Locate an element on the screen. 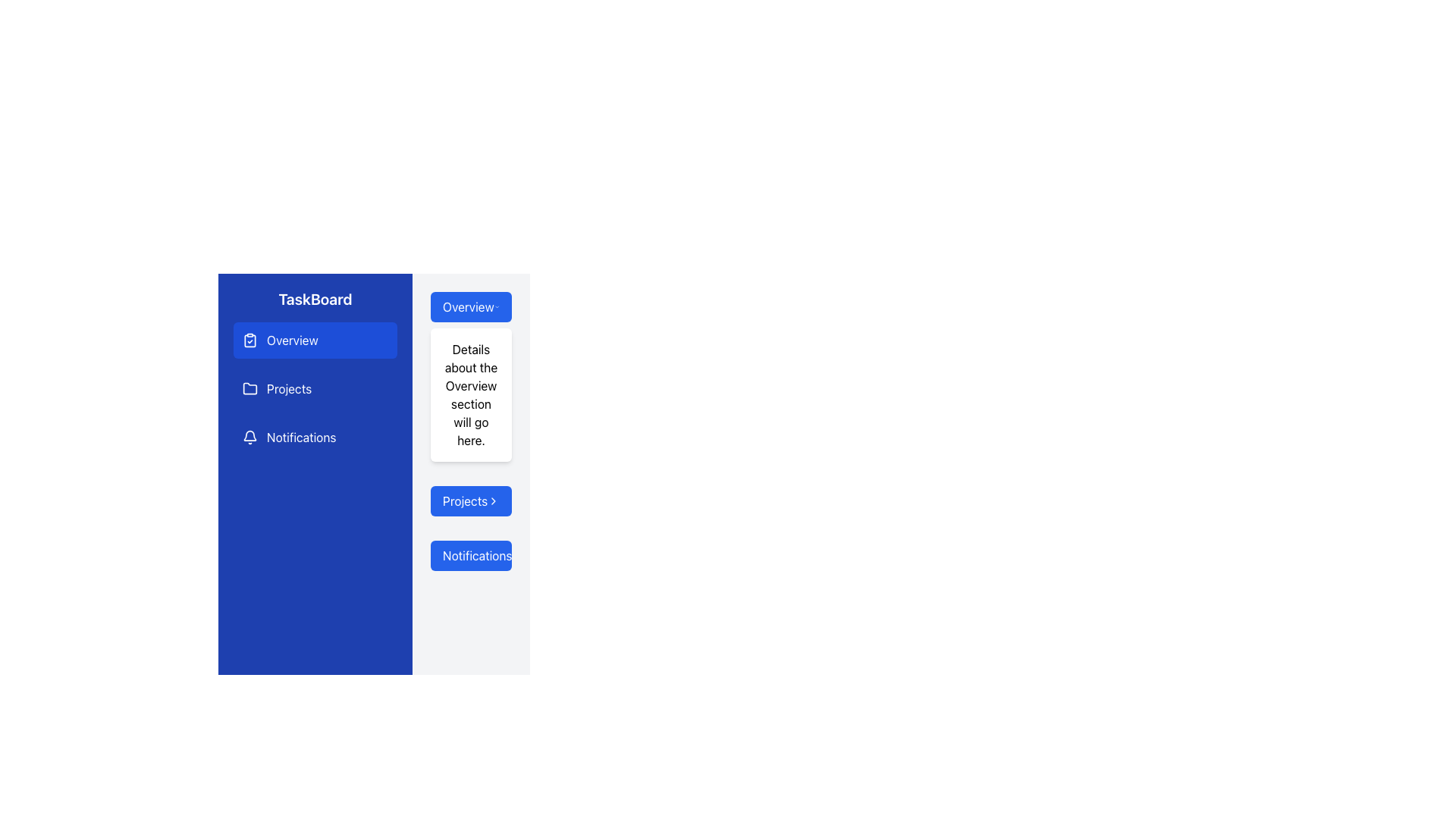 Image resolution: width=1456 pixels, height=819 pixels. the Notifications icon, which visually represents the Notifications feature and is positioned to the left of the text 'Notifications' in the menu options is located at coordinates (250, 438).